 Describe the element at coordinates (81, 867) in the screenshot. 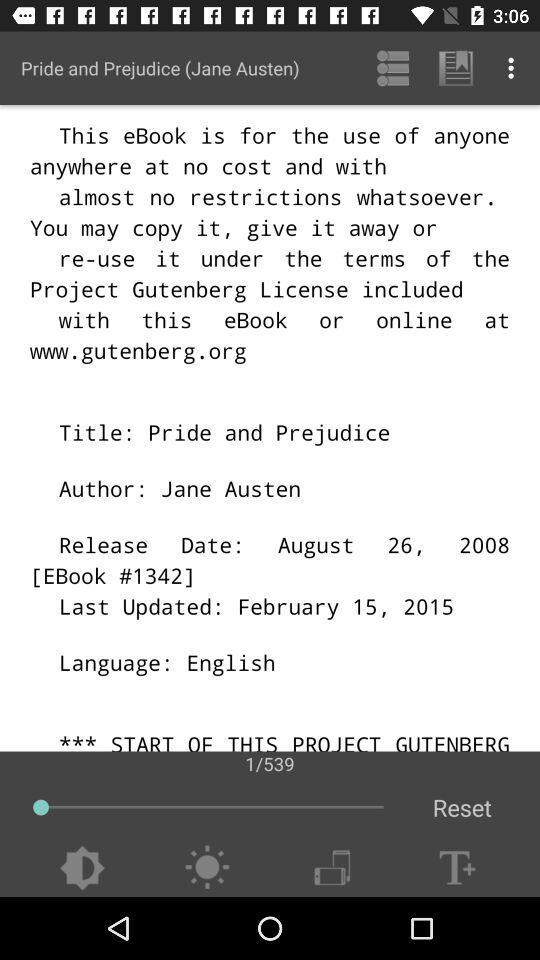

I see `item at the bottom left corner` at that location.